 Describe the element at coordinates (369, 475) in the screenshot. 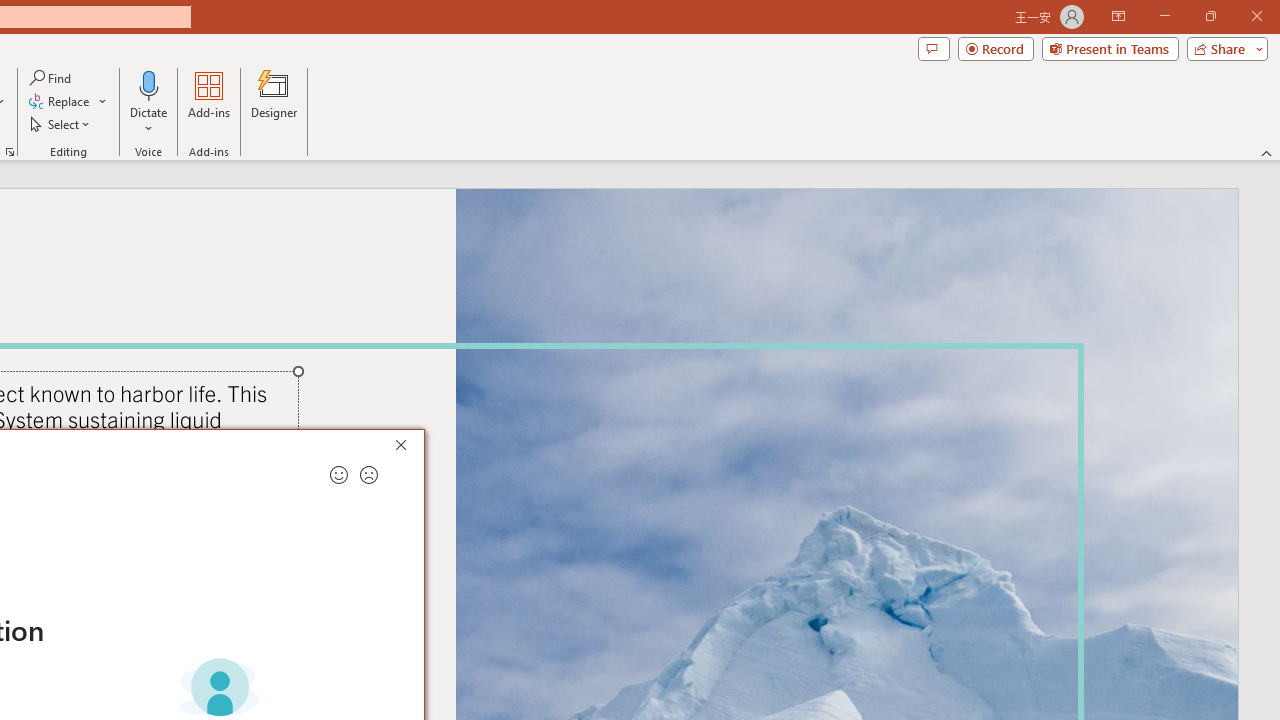

I see `'Send a frown for feedback'` at that location.